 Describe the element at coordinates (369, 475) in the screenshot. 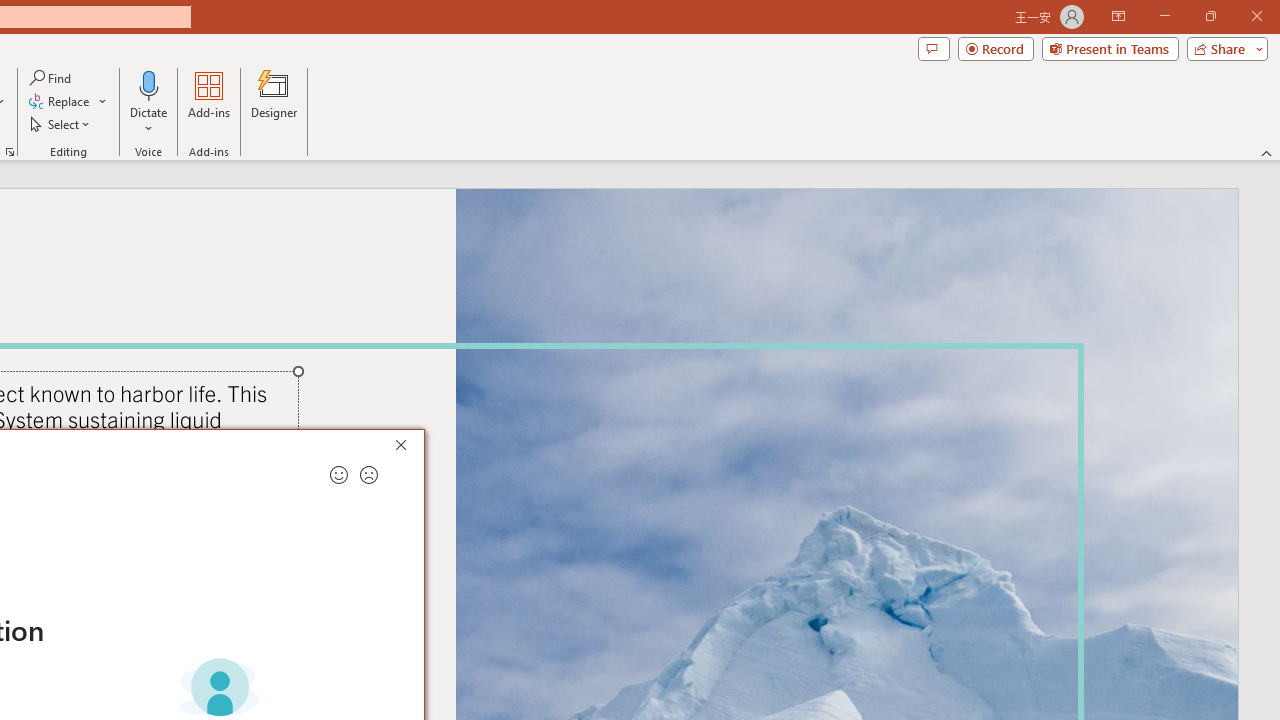

I see `'Send a frown for feedback'` at that location.